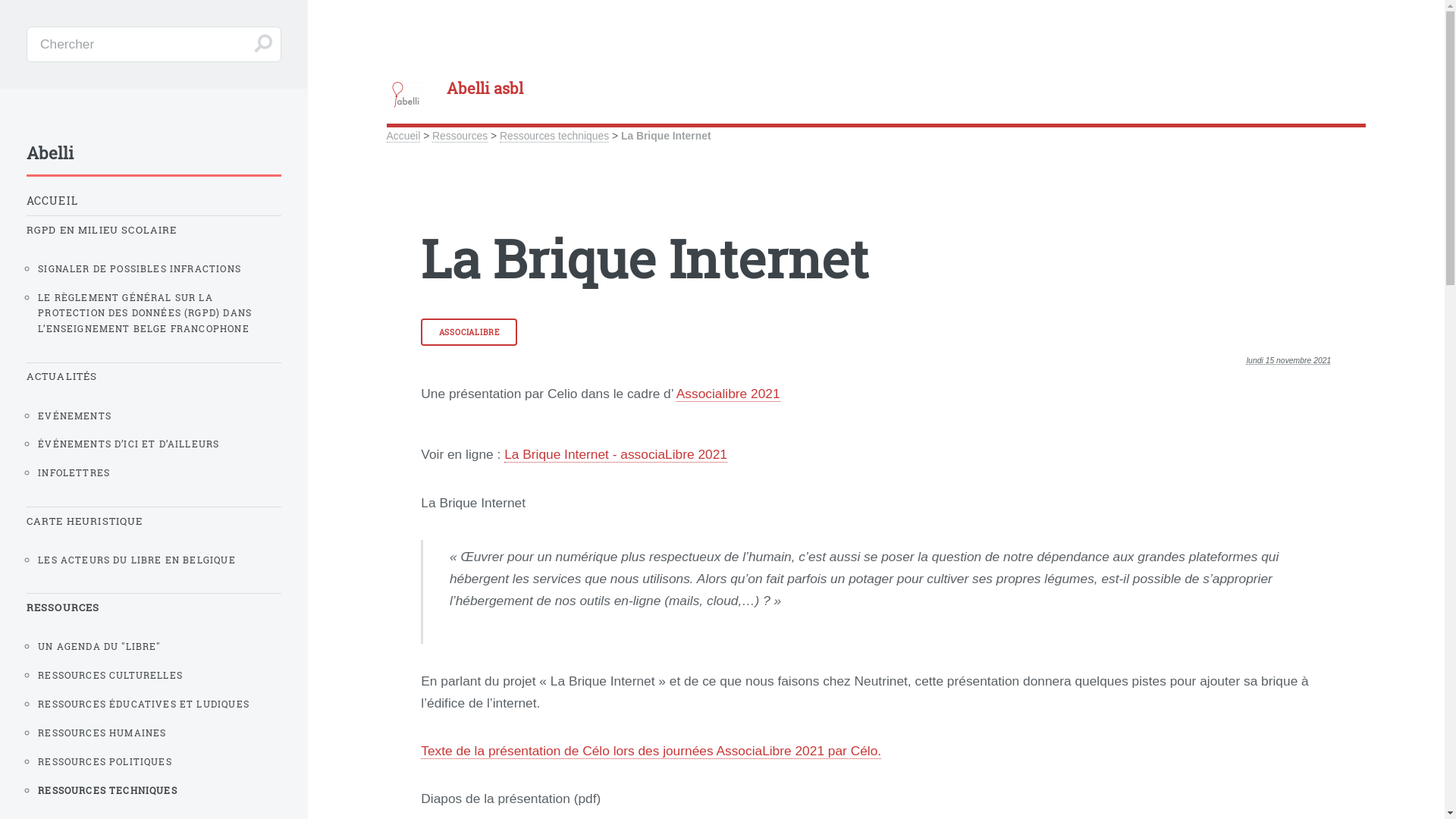 This screenshot has height=819, width=1456. I want to click on 'RGPD EN MILIEU SCOLAIRE', so click(153, 230).